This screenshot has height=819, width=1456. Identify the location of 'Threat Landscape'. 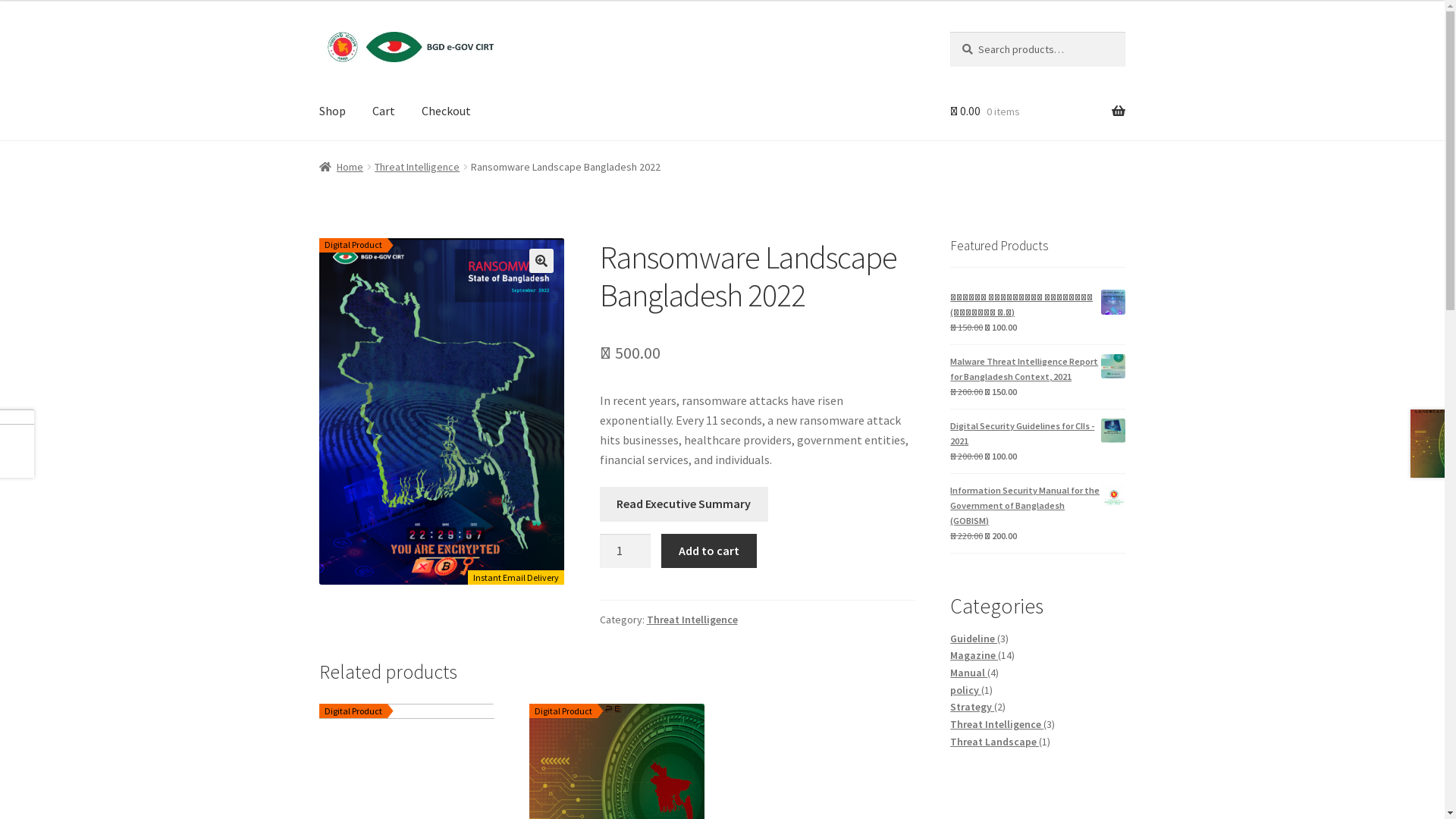
(949, 741).